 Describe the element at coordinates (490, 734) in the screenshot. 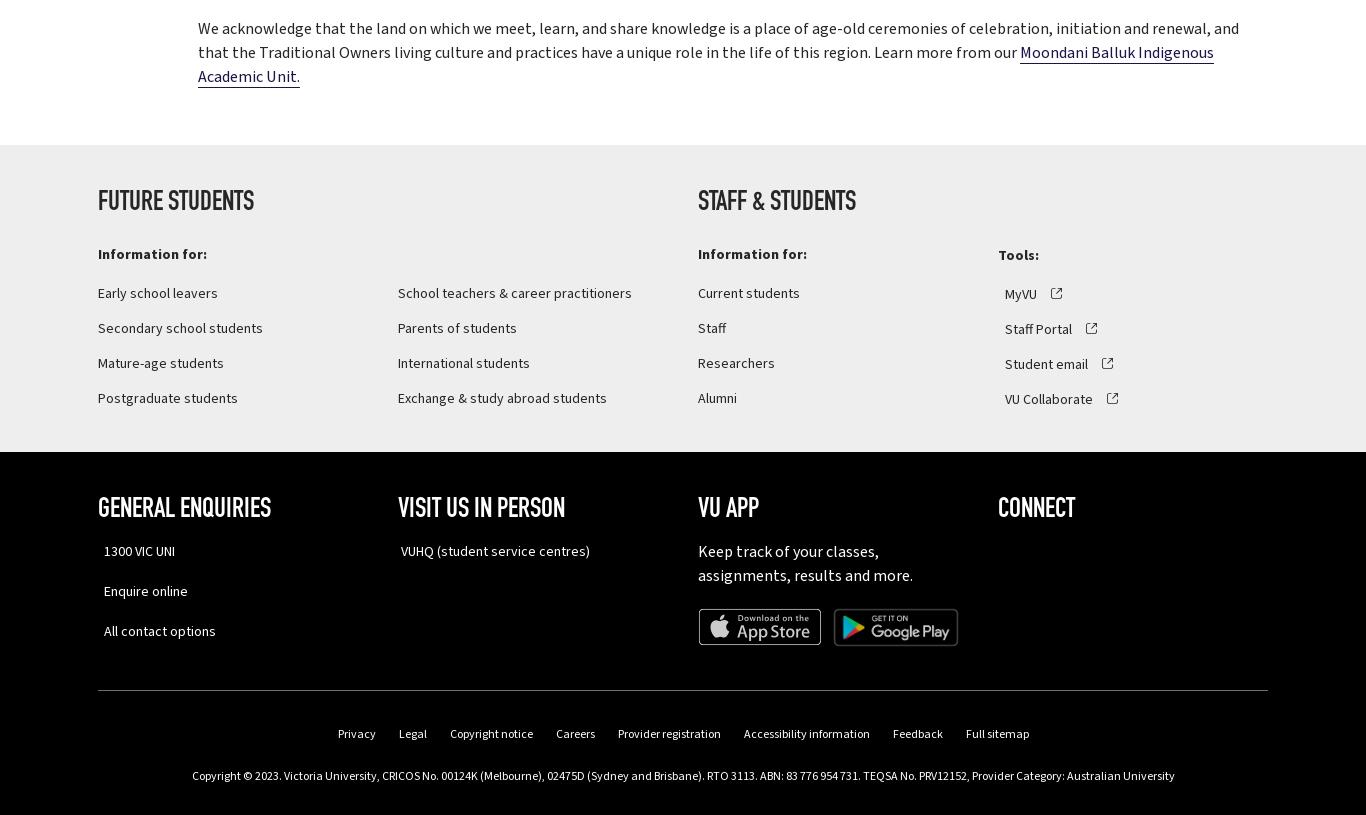

I see `'Copyright notice'` at that location.